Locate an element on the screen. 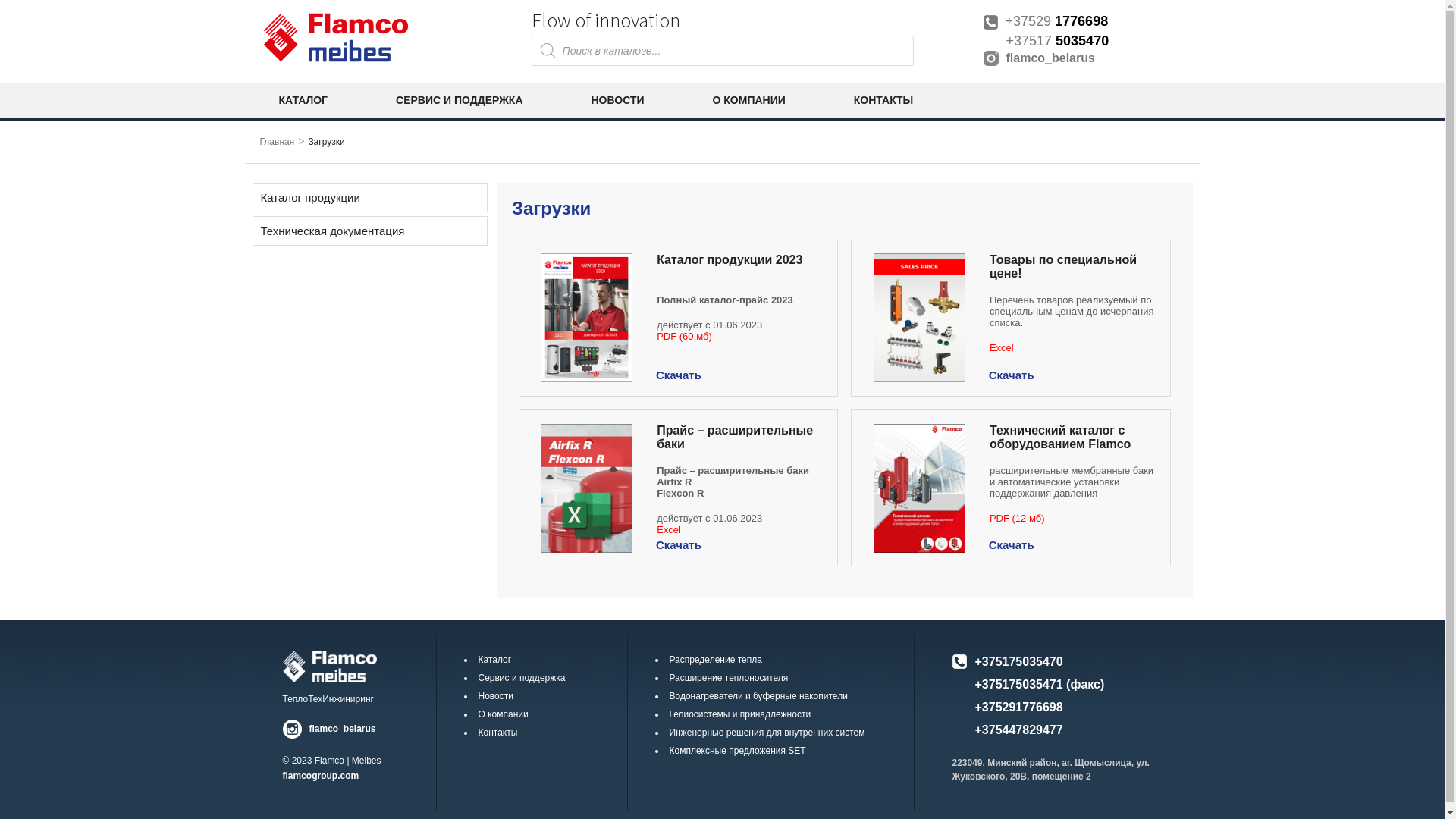 The height and width of the screenshot is (819, 1456). 'flamcogroup.com' is located at coordinates (319, 775).